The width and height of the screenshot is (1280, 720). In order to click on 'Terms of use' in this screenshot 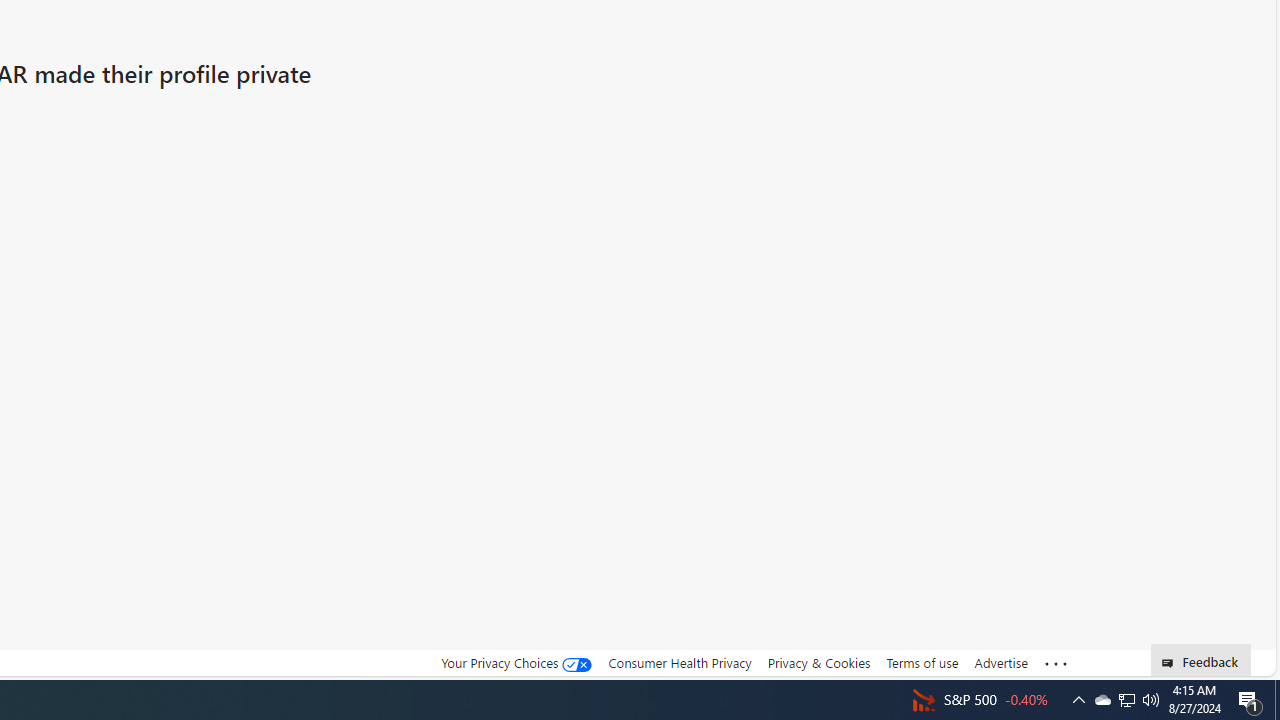, I will do `click(921, 662)`.